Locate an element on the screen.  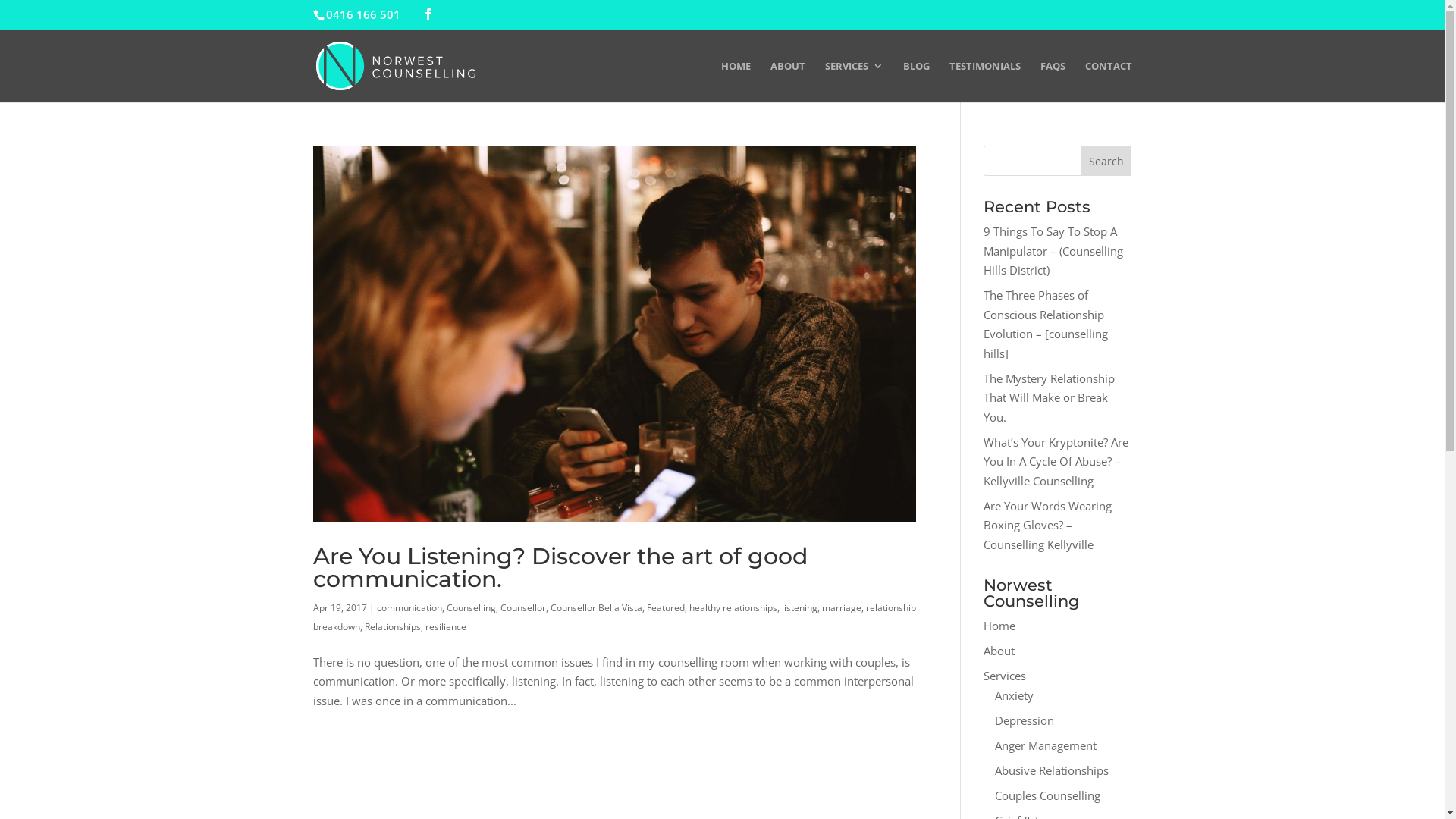
'TESTIMONIALS' is located at coordinates (949, 81).